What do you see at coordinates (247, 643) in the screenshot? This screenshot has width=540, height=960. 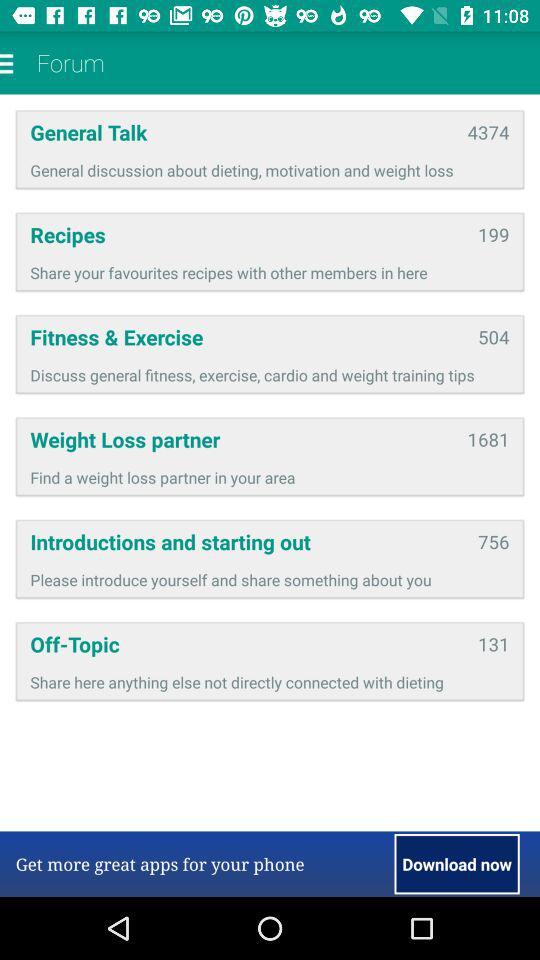 I see `the item next to the 131 app` at bounding box center [247, 643].